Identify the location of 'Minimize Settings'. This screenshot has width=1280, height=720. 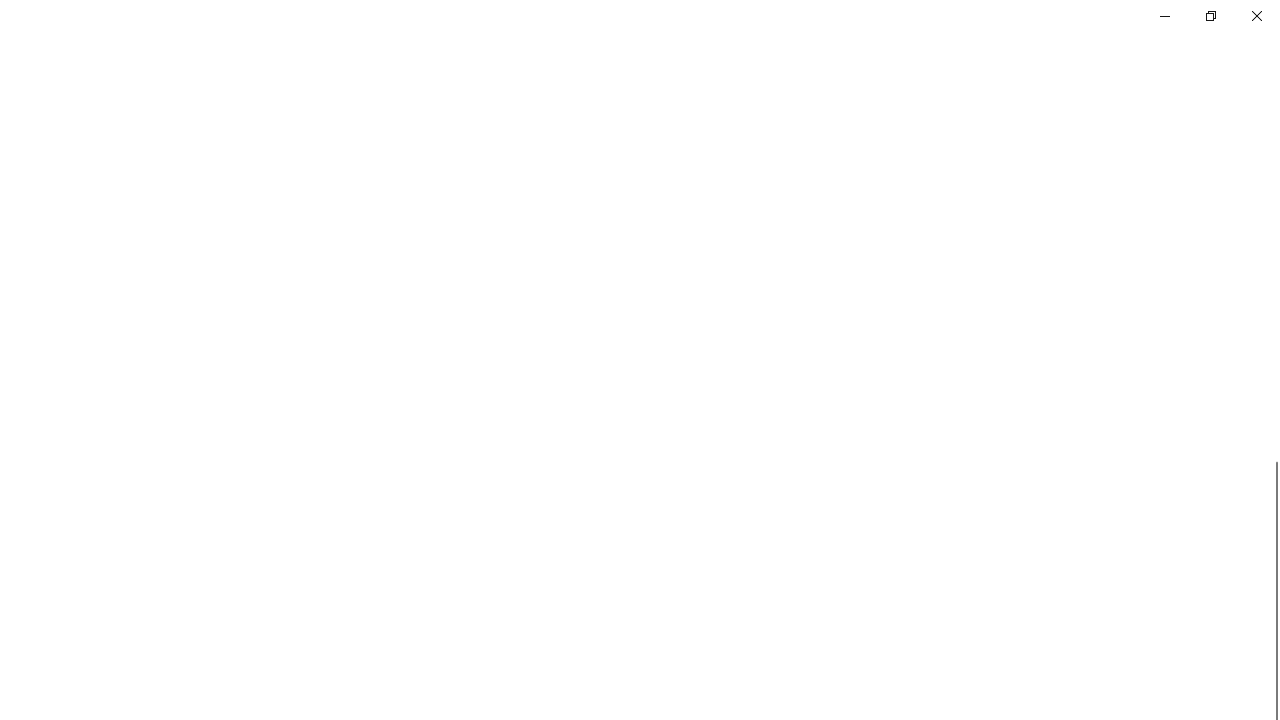
(1164, 15).